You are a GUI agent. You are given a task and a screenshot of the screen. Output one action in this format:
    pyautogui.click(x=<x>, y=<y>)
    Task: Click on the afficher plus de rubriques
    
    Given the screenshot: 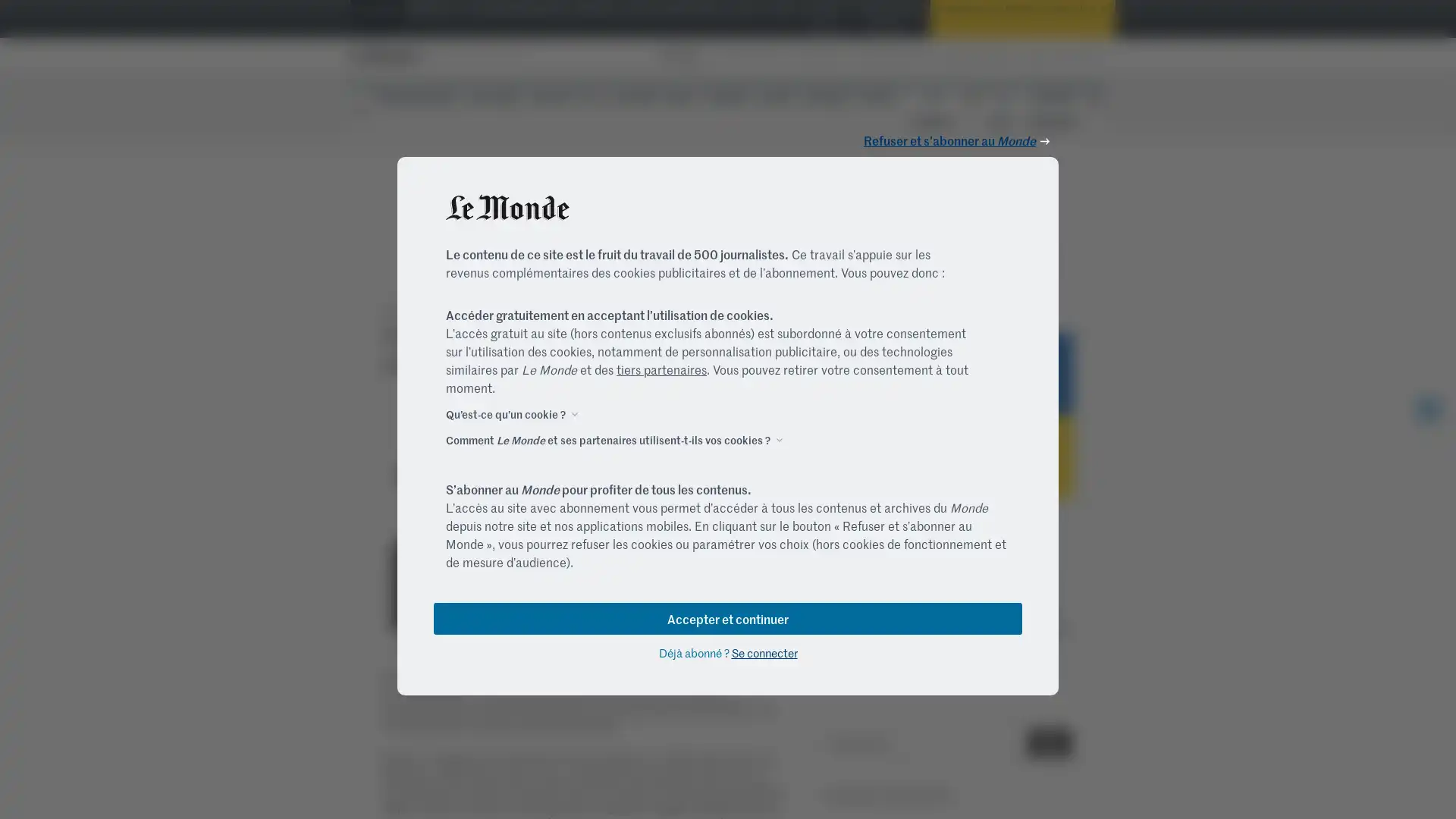 What is the action you would take?
    pyautogui.click(x=1094, y=99)
    